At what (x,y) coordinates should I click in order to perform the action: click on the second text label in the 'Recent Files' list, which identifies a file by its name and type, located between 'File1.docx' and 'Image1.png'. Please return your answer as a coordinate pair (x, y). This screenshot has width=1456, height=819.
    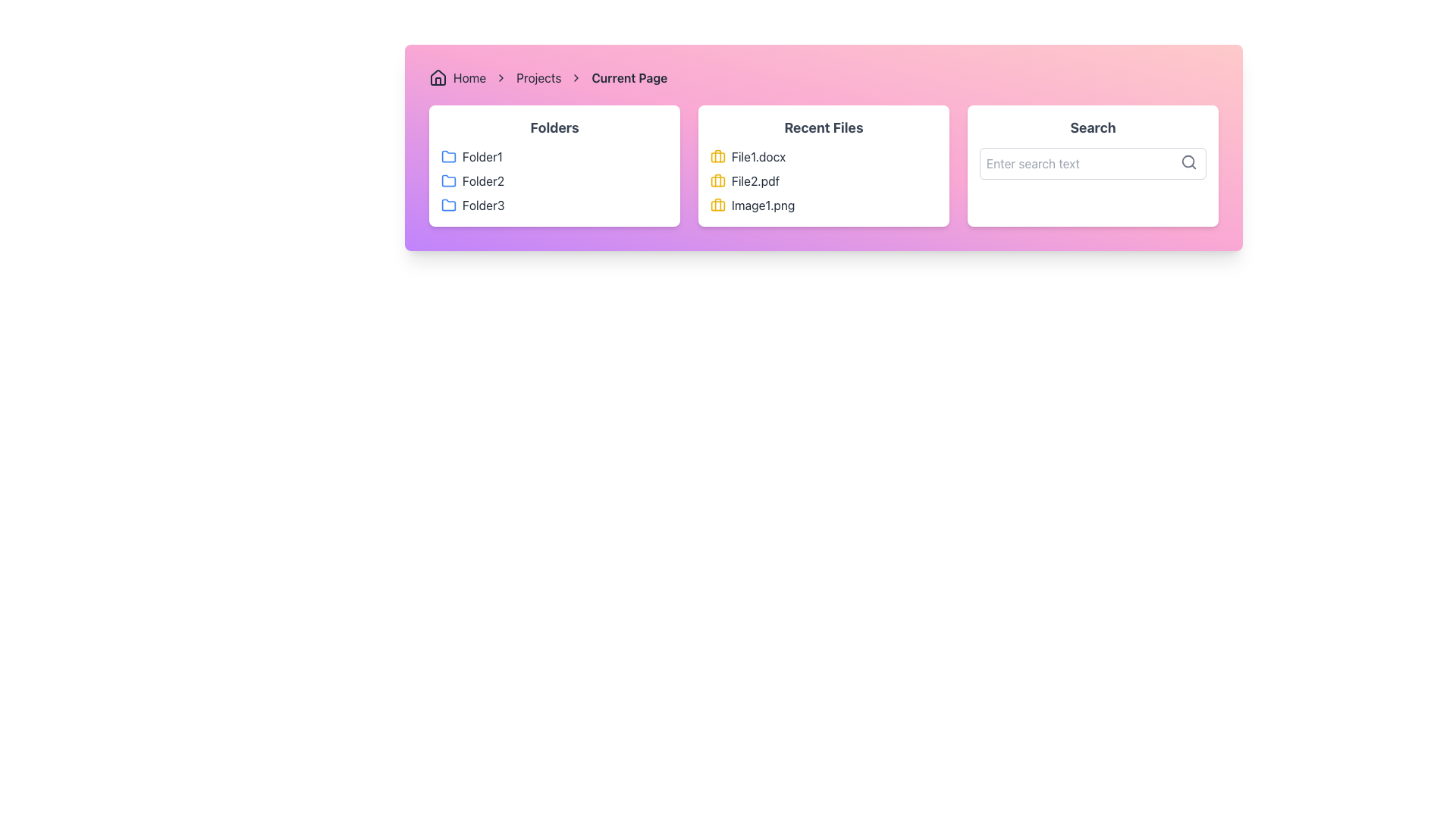
    Looking at the image, I should click on (755, 180).